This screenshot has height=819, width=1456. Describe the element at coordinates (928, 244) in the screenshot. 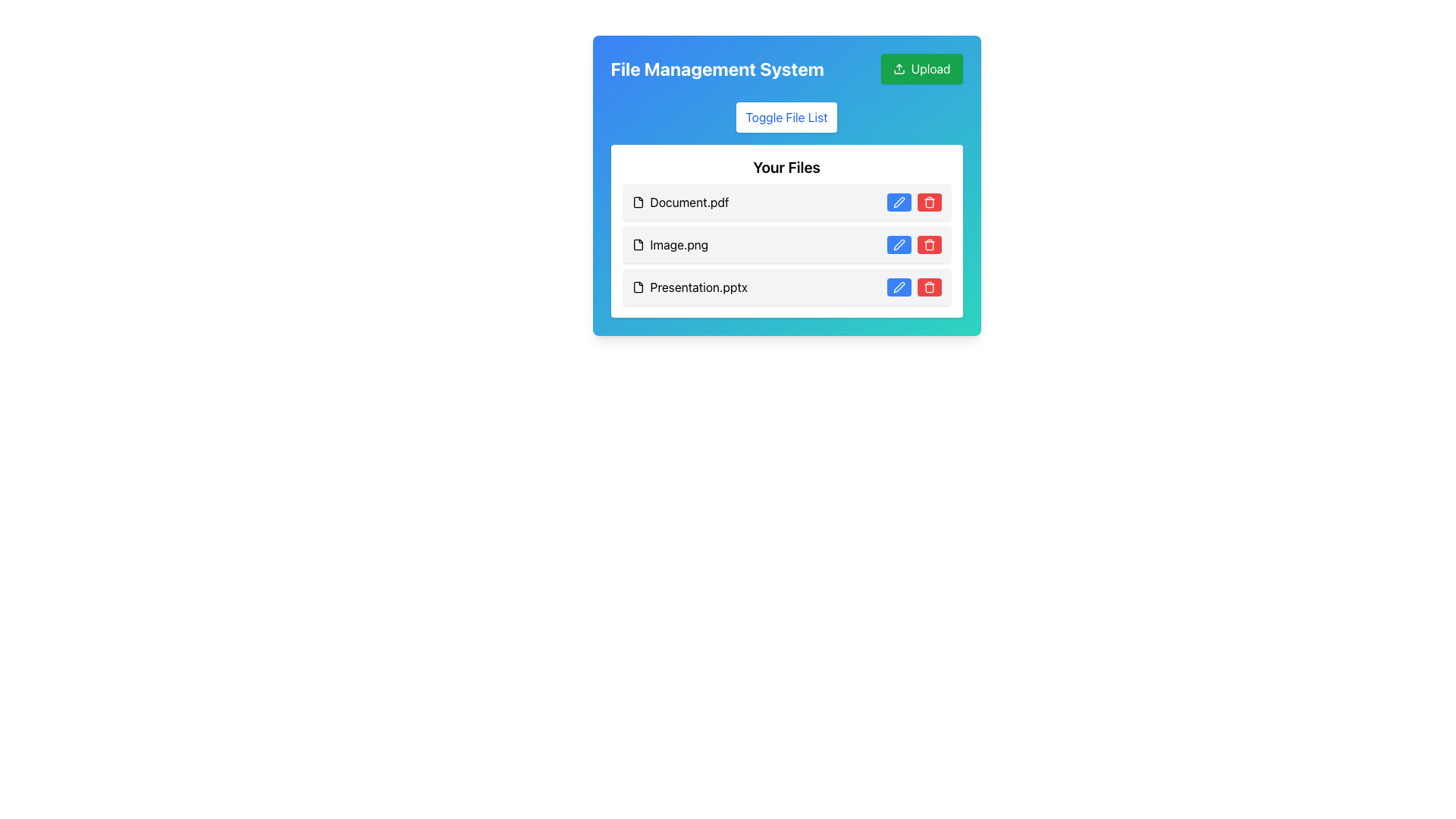

I see `the red trash can icon button` at that location.